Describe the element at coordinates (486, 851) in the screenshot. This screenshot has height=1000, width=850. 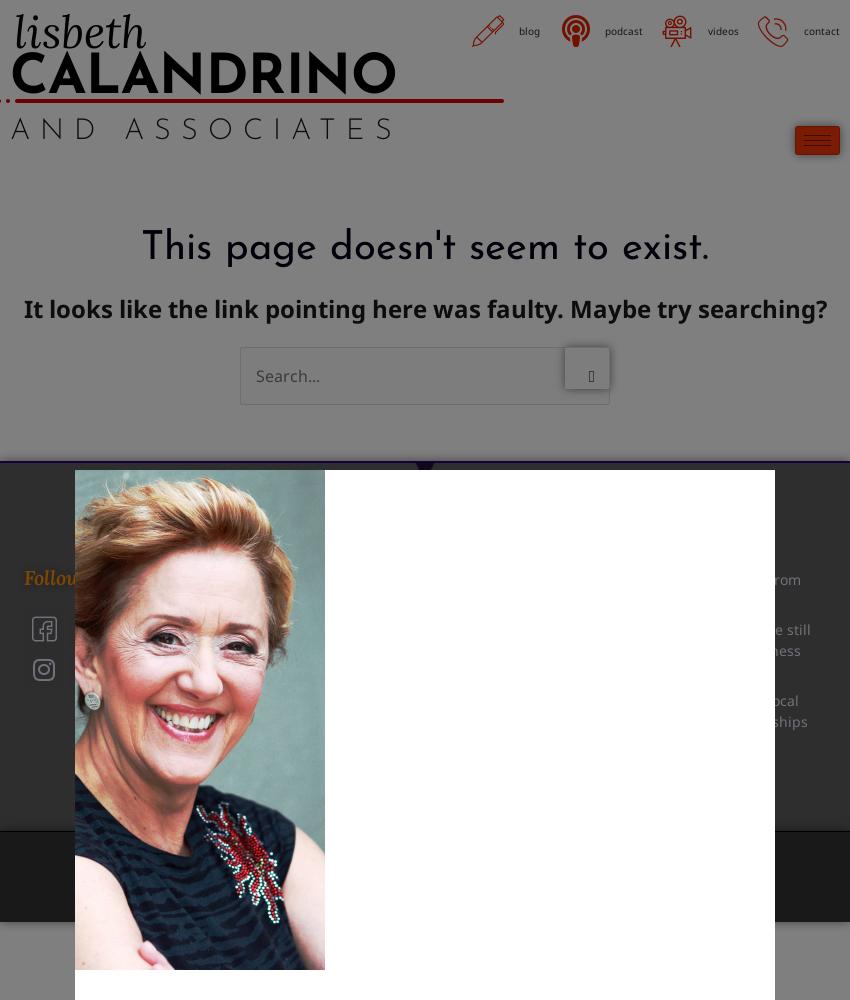
I see `'Site Design by'` at that location.